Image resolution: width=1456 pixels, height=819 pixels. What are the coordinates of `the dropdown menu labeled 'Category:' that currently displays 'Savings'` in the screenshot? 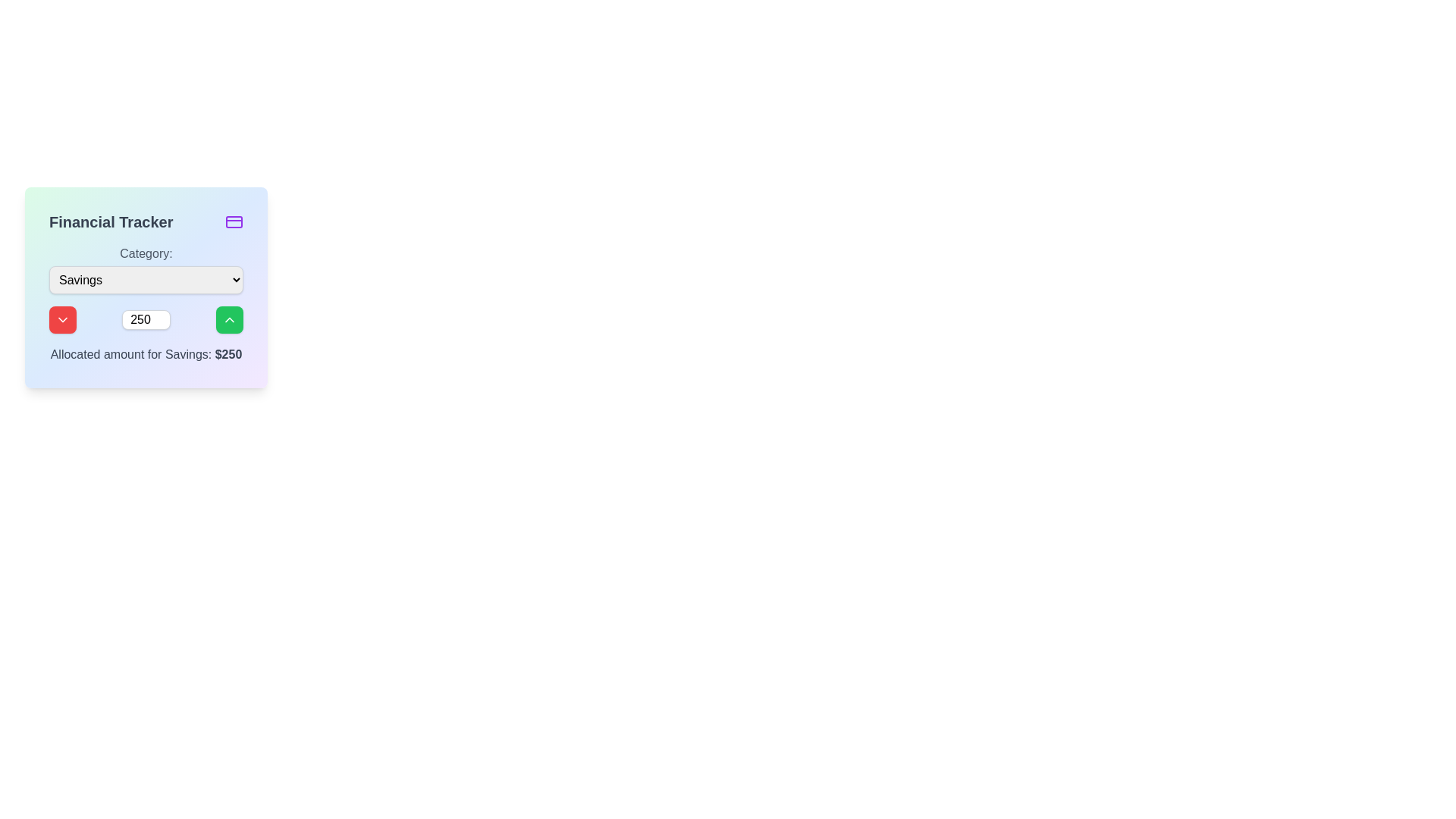 It's located at (146, 280).